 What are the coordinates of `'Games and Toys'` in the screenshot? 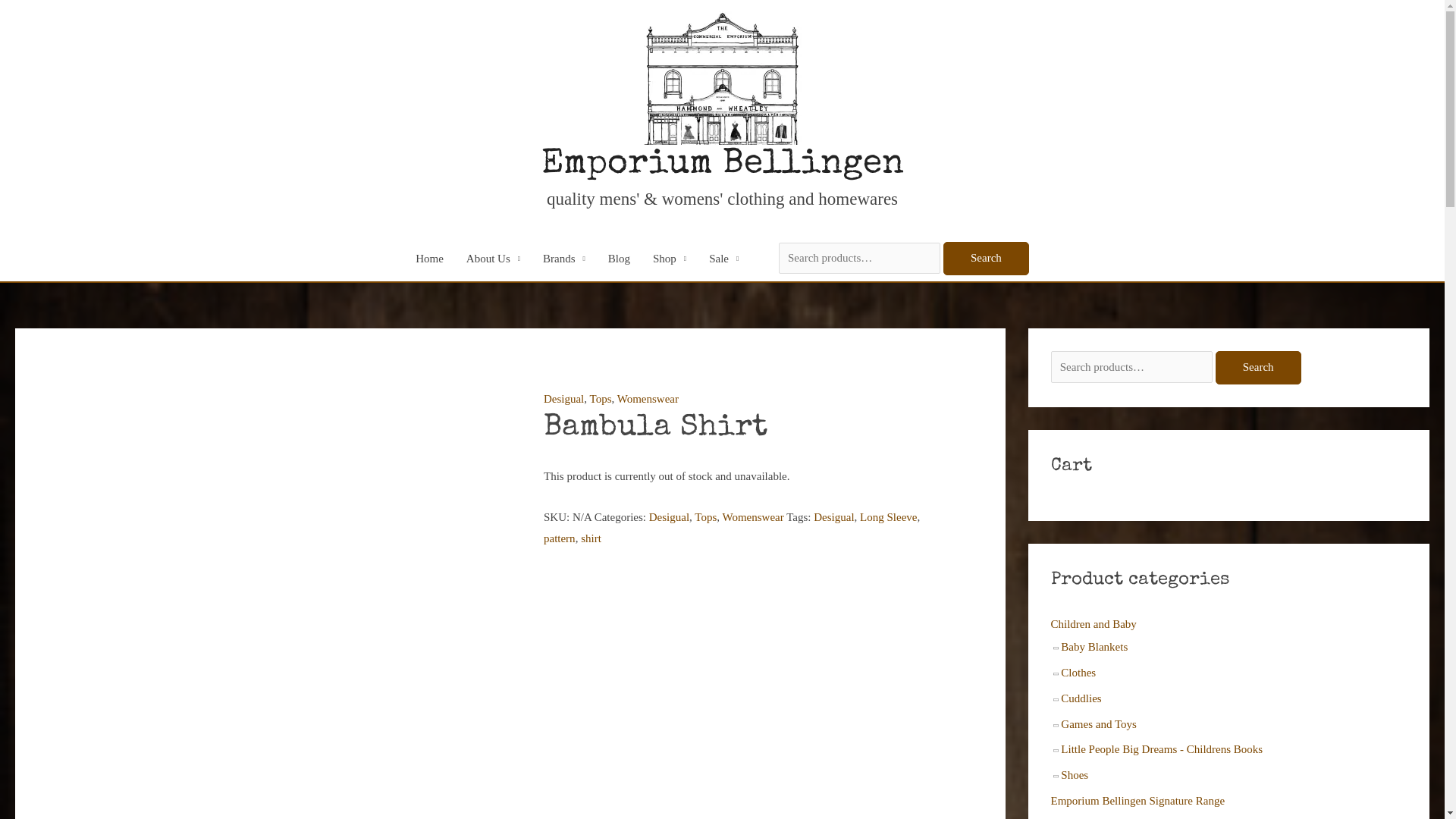 It's located at (1099, 723).